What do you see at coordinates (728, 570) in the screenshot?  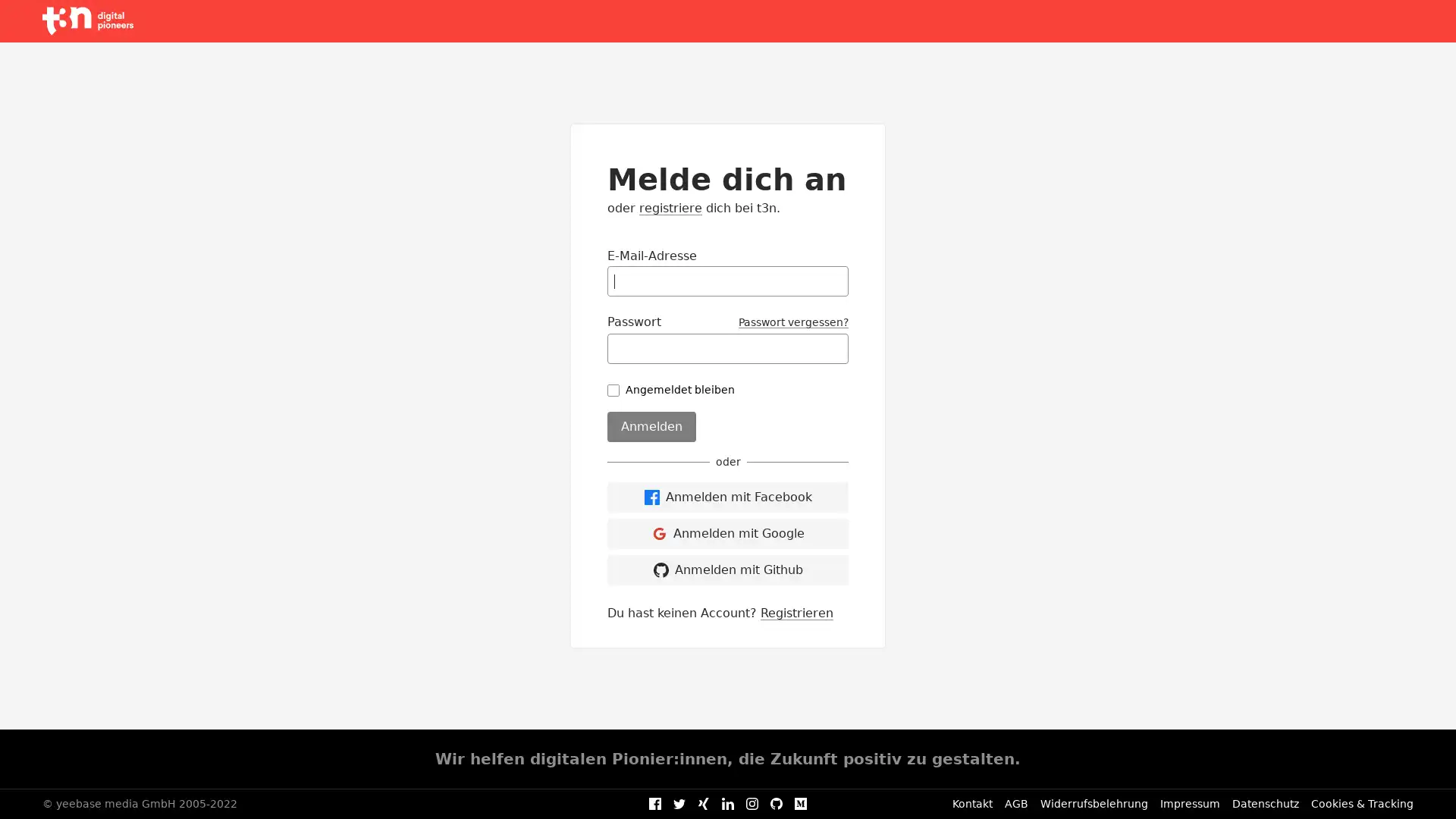 I see `Anmelden mit Github` at bounding box center [728, 570].